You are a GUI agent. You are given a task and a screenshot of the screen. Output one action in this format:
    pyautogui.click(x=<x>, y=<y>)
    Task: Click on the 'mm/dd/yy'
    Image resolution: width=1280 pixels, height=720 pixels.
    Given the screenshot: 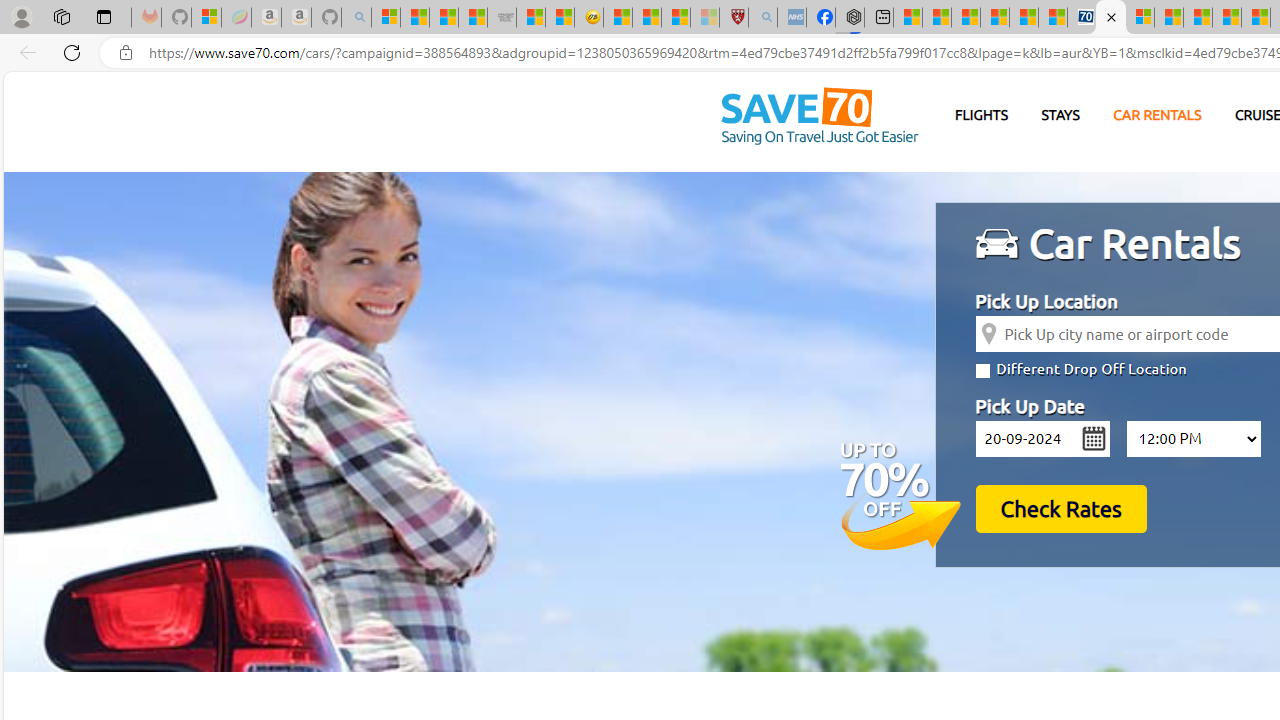 What is the action you would take?
    pyautogui.click(x=1041, y=437)
    